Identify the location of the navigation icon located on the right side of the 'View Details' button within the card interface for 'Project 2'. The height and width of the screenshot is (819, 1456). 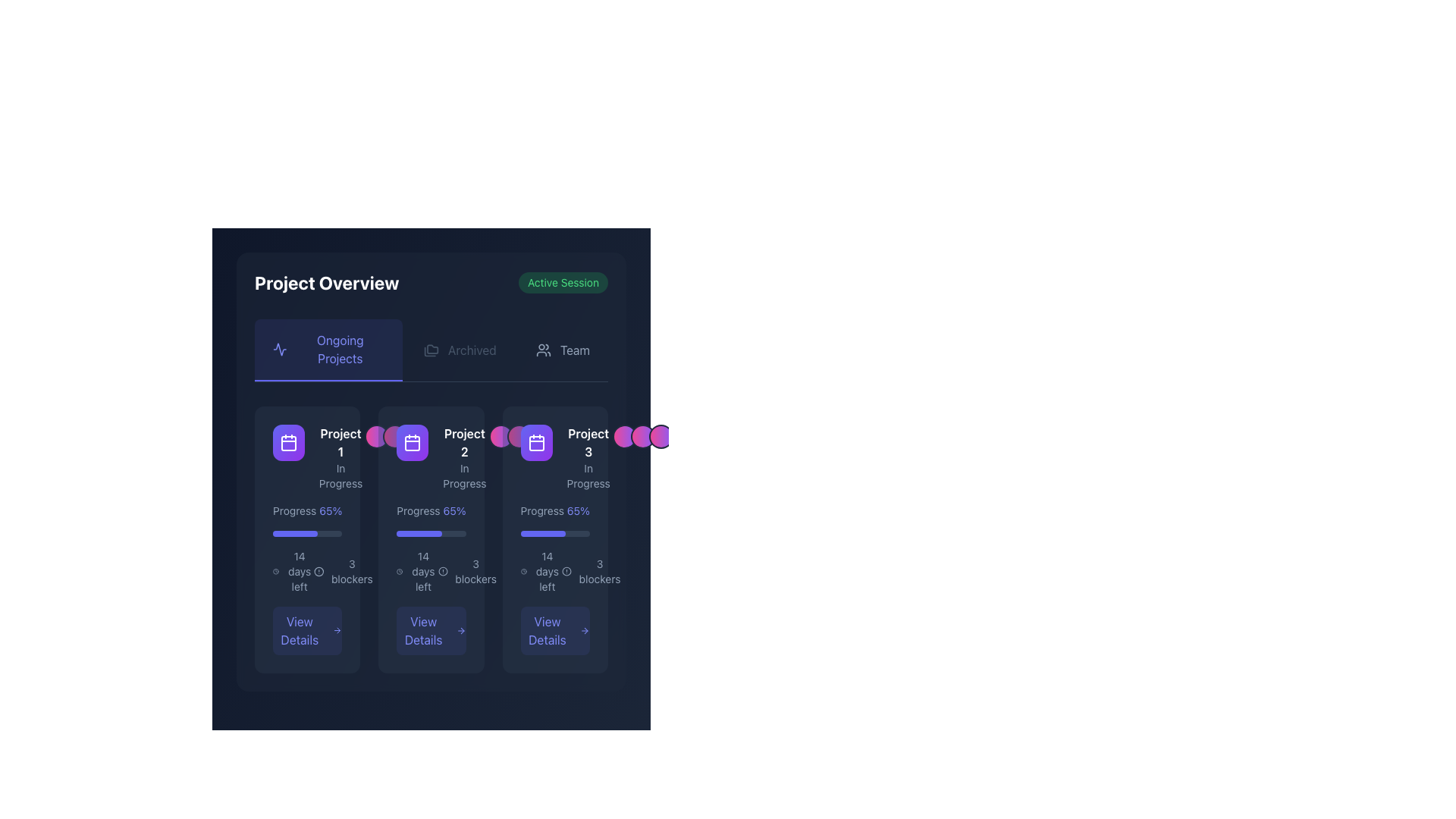
(460, 631).